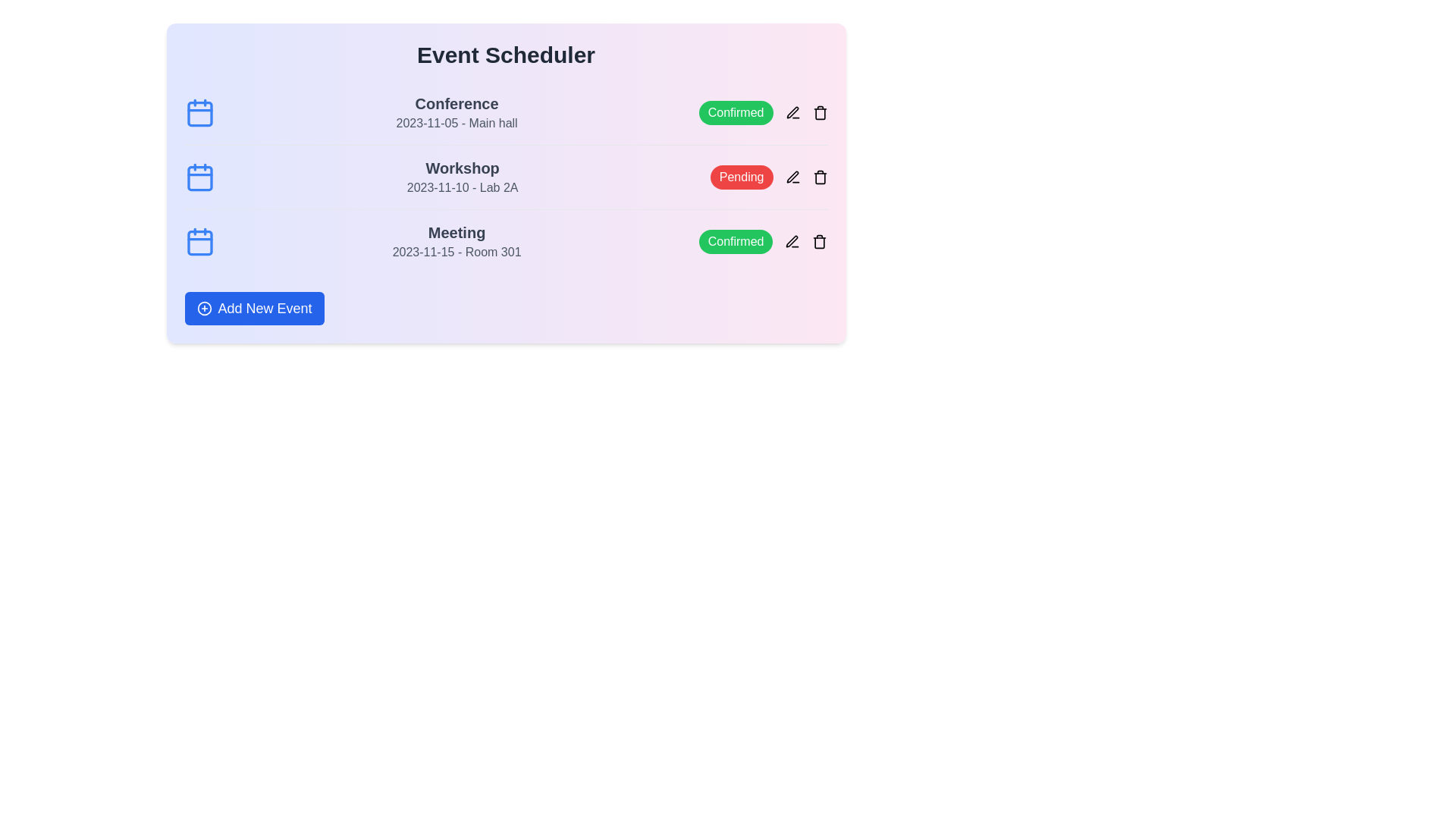 Image resolution: width=1456 pixels, height=819 pixels. What do you see at coordinates (199, 113) in the screenshot?
I see `the SVG rectangle element with rounded corners inside the calendar icon representing the scheduled event for 'Conference' on 2023-11-05 located next to the text 'Conference'` at bounding box center [199, 113].